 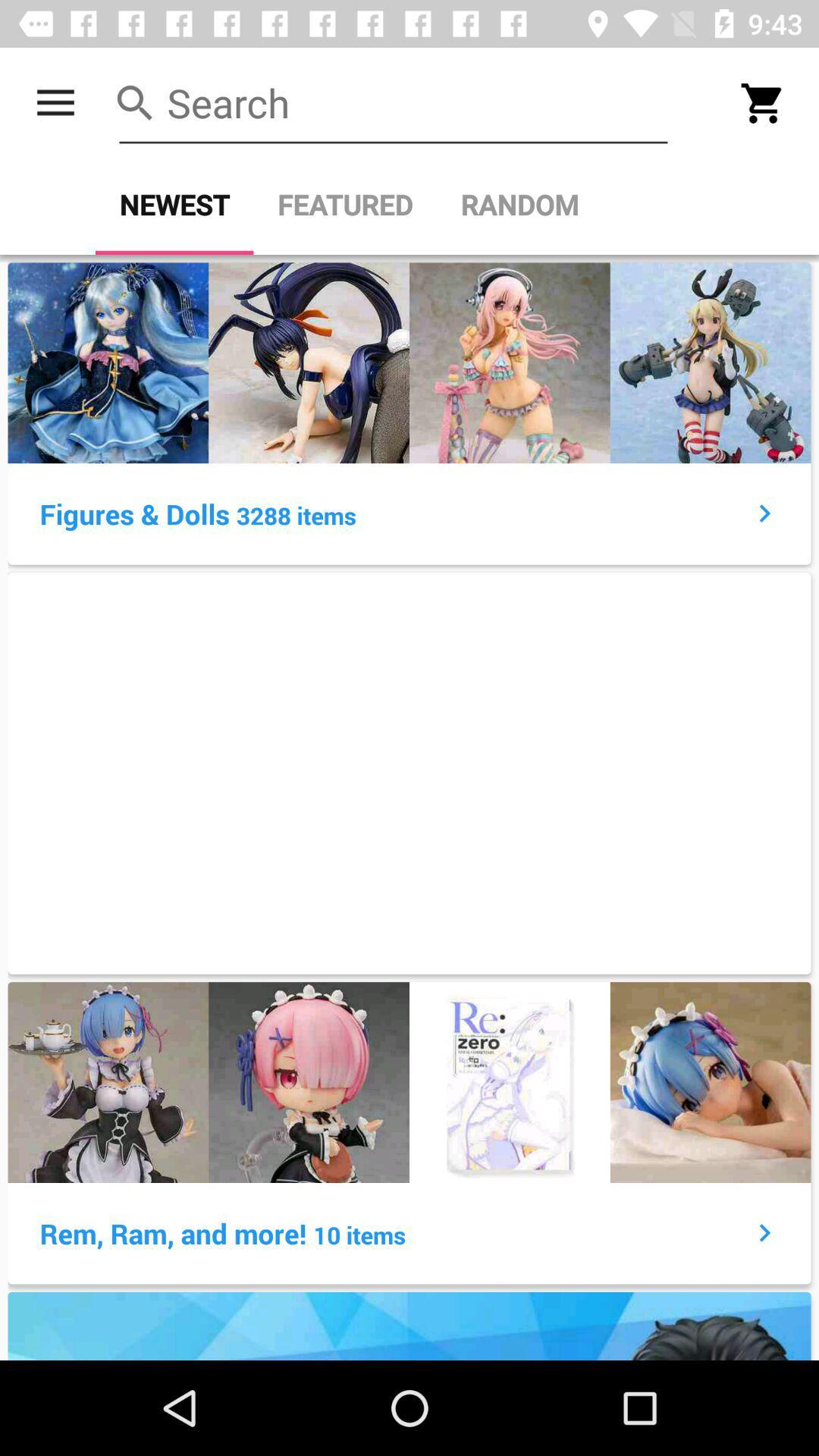 What do you see at coordinates (174, 204) in the screenshot?
I see `newest` at bounding box center [174, 204].